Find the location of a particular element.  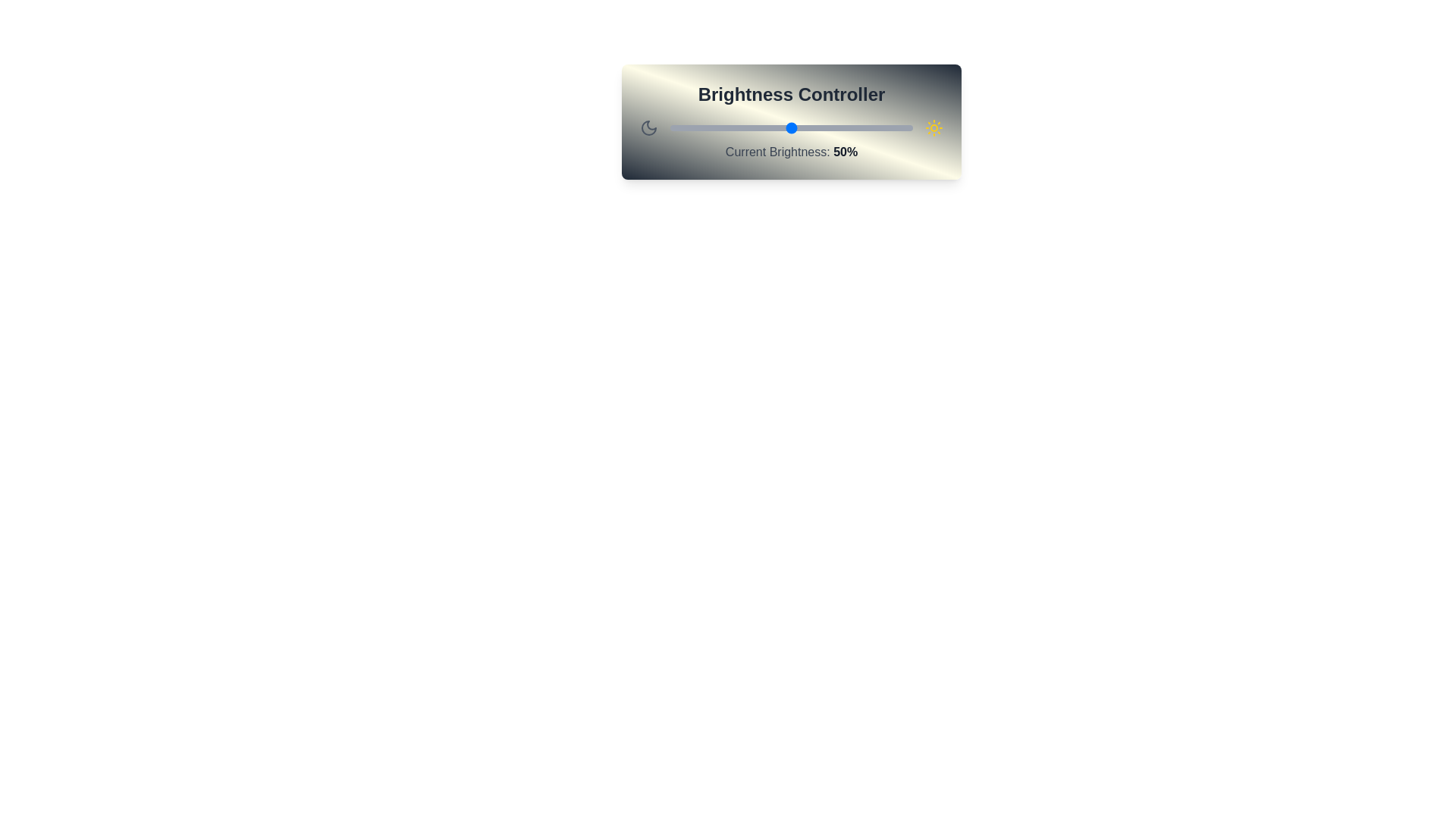

the brightness slider to 90% is located at coordinates (888, 127).